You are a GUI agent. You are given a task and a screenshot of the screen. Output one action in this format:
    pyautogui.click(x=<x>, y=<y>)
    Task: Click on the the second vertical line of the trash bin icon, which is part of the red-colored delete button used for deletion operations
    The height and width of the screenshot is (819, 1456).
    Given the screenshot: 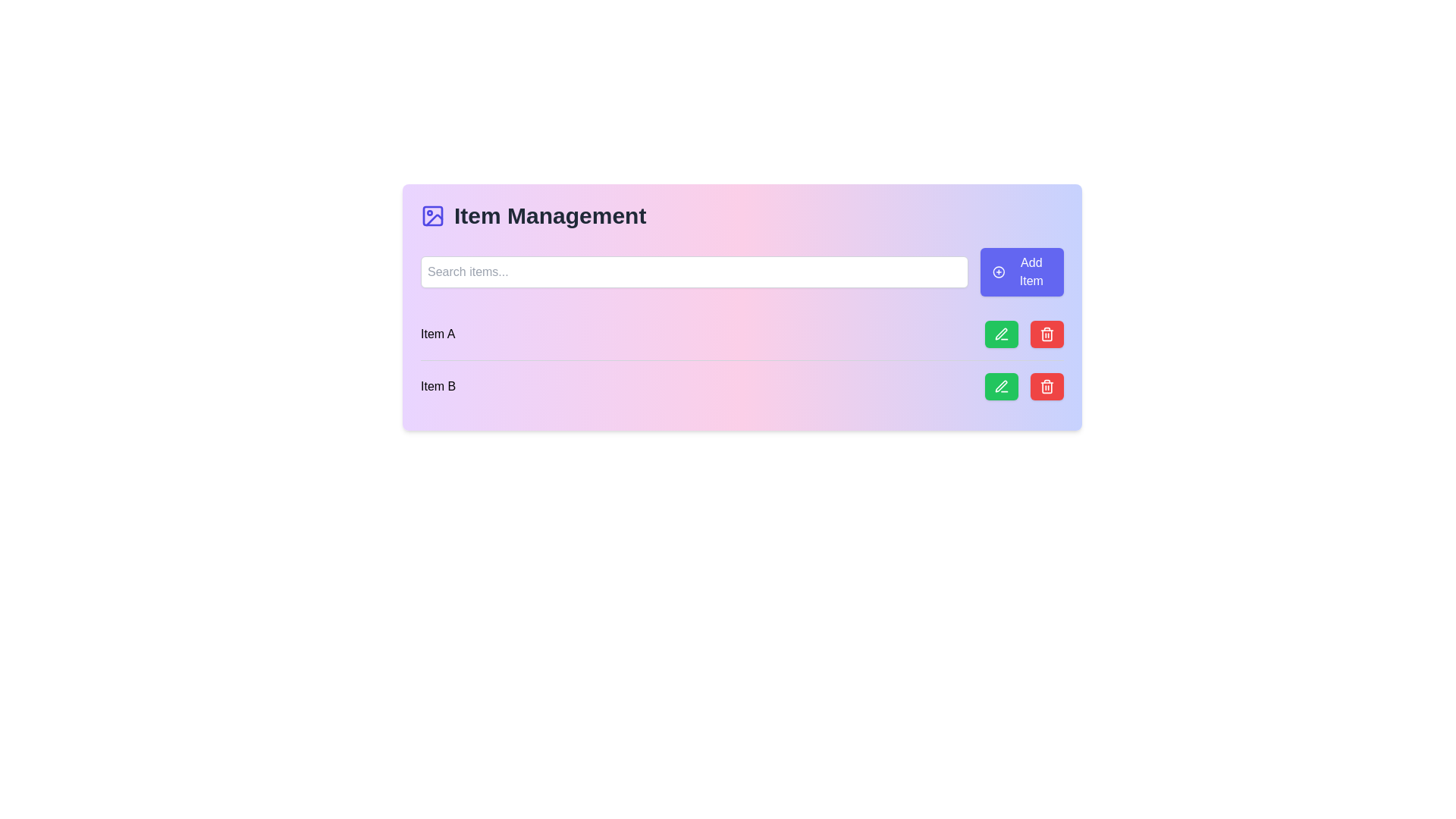 What is the action you would take?
    pyautogui.click(x=1046, y=386)
    